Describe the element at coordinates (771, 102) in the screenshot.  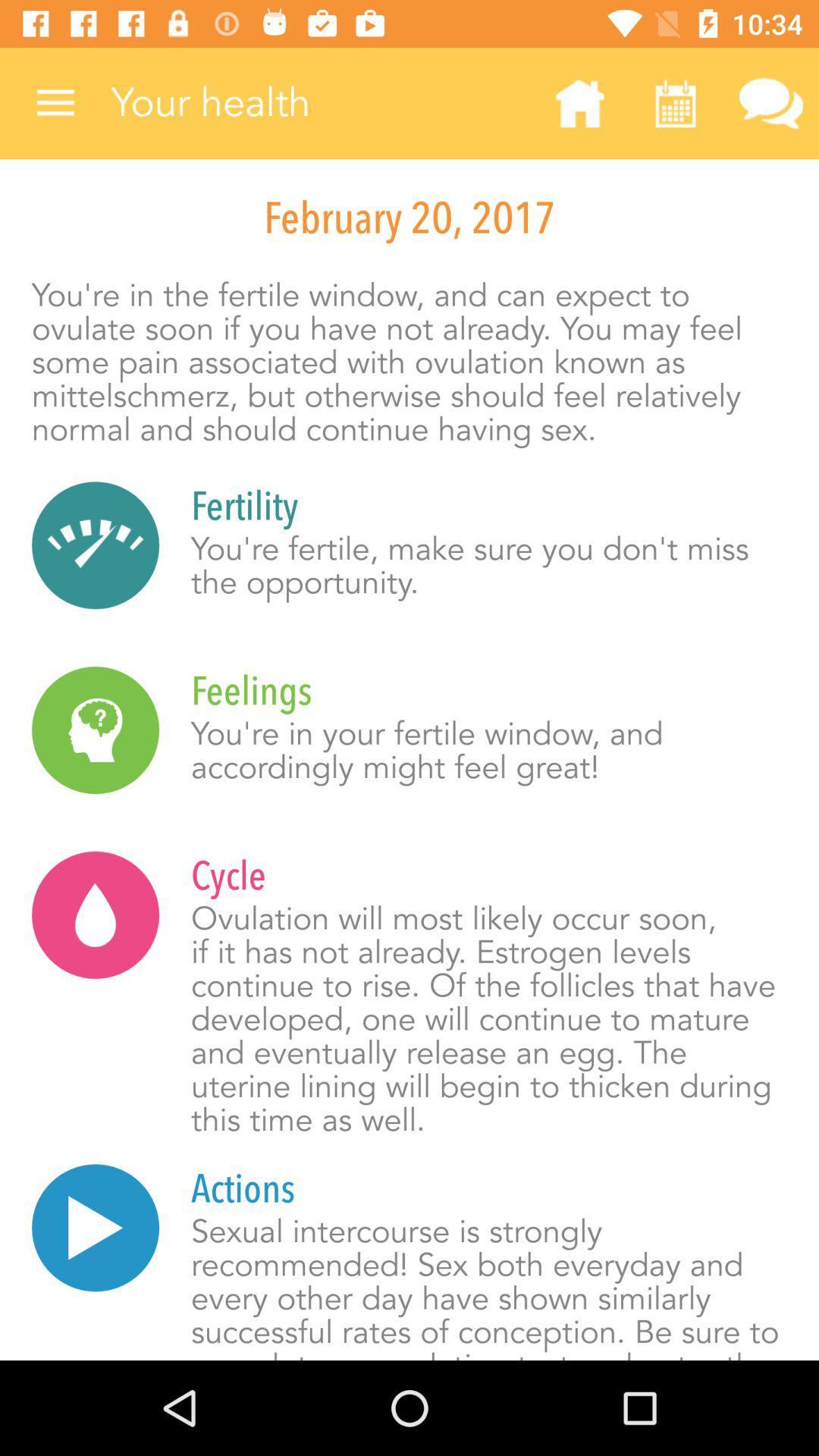
I see `icon above february 20, 2017 icon` at that location.